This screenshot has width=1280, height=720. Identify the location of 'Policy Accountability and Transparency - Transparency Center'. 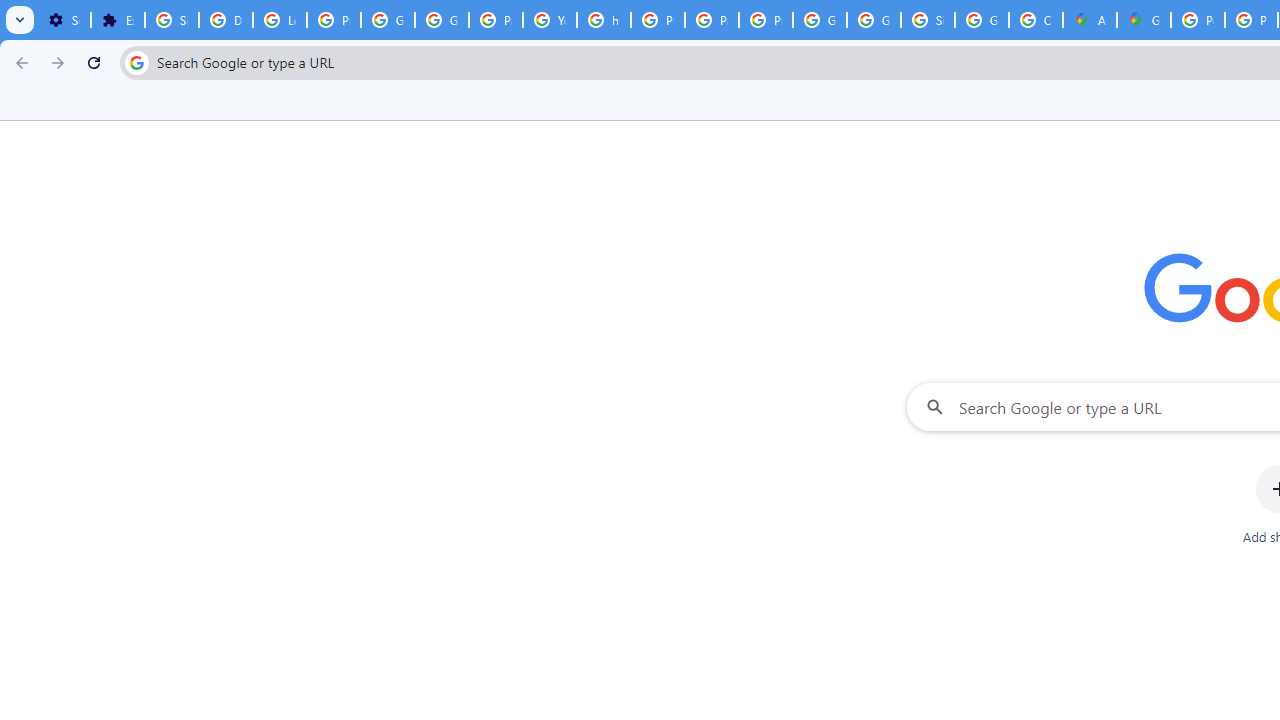
(1198, 20).